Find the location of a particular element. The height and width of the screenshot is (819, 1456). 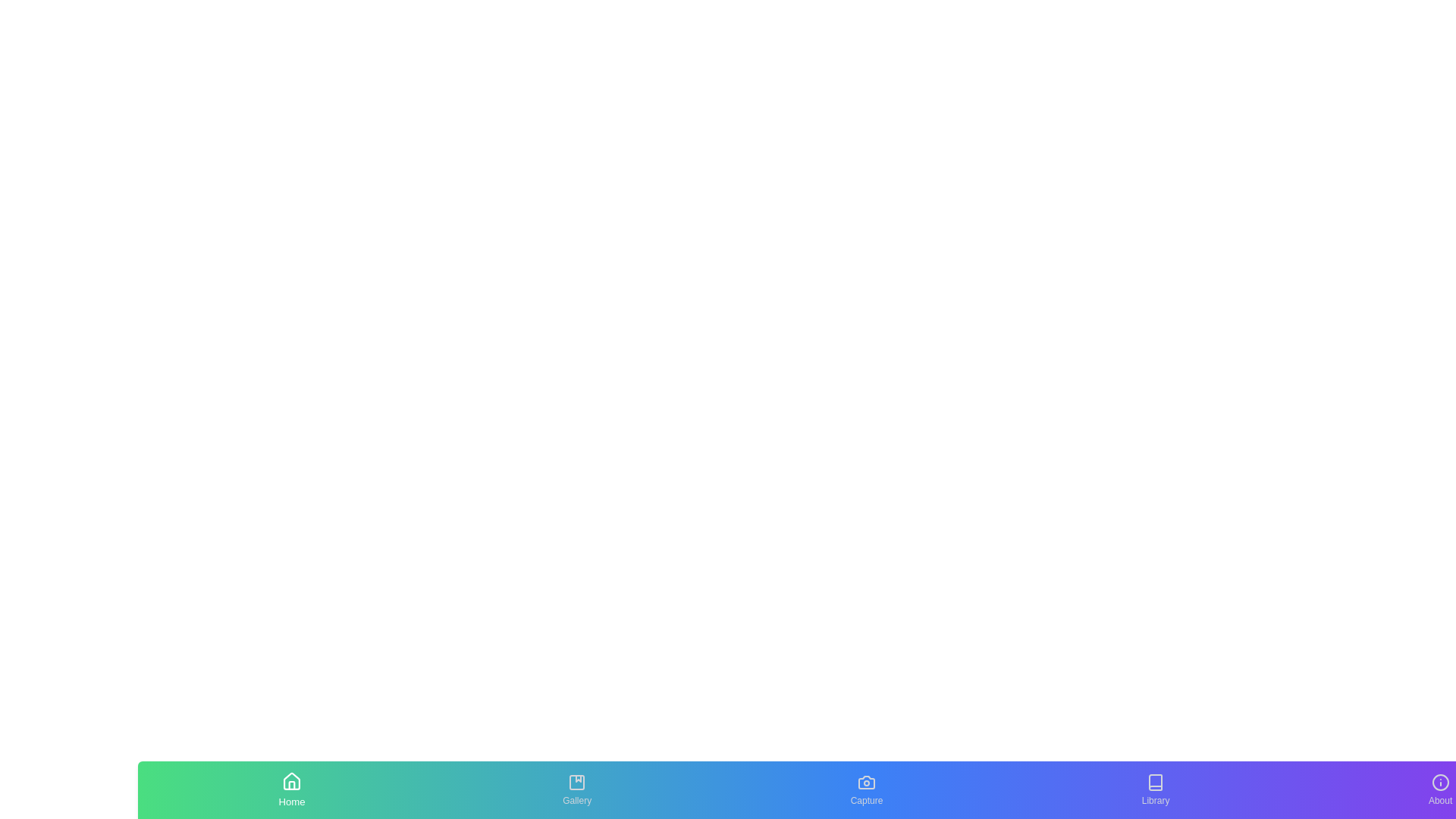

the Home tab is located at coordinates (291, 789).